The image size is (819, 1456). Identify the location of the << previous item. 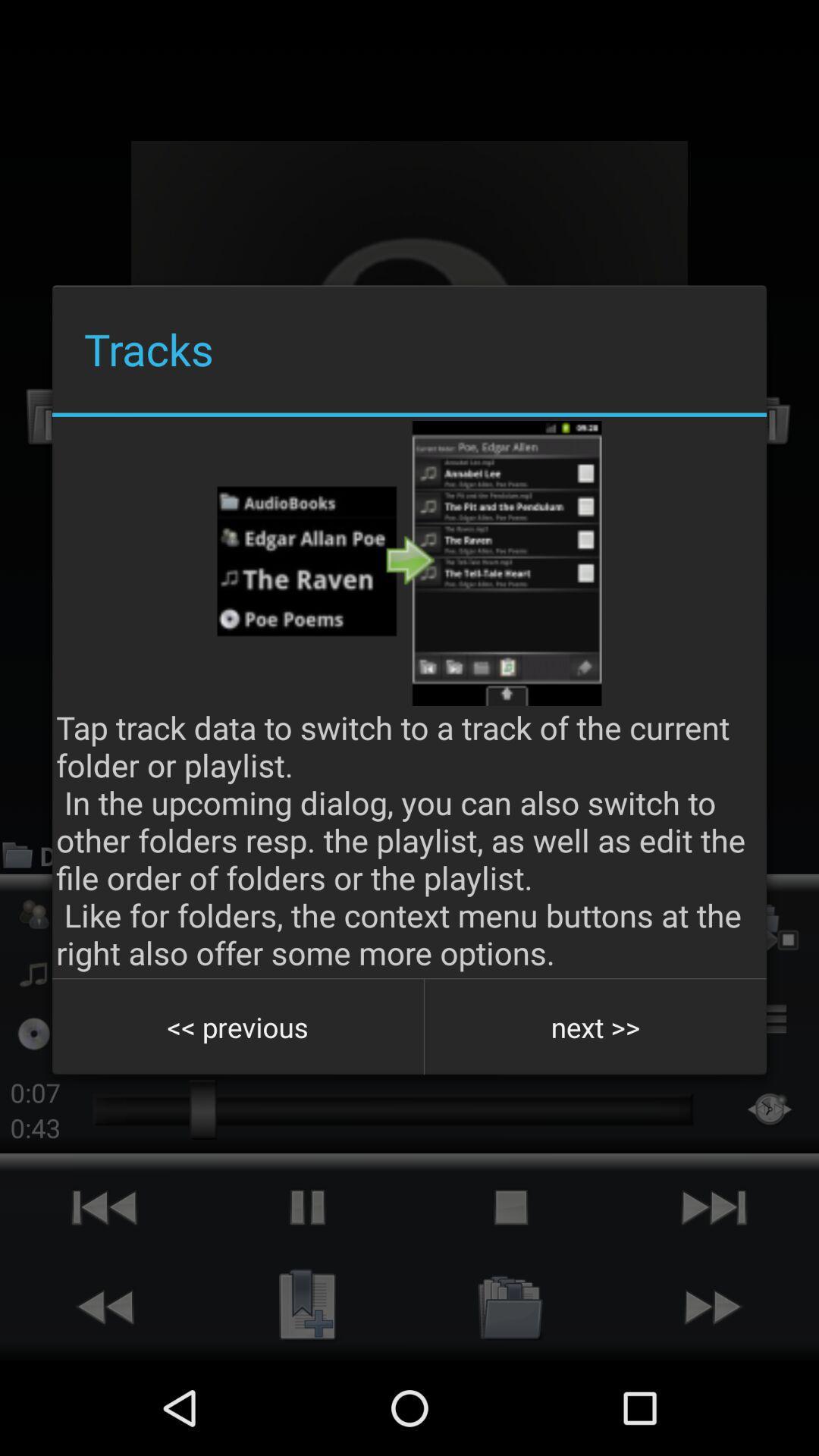
(237, 1027).